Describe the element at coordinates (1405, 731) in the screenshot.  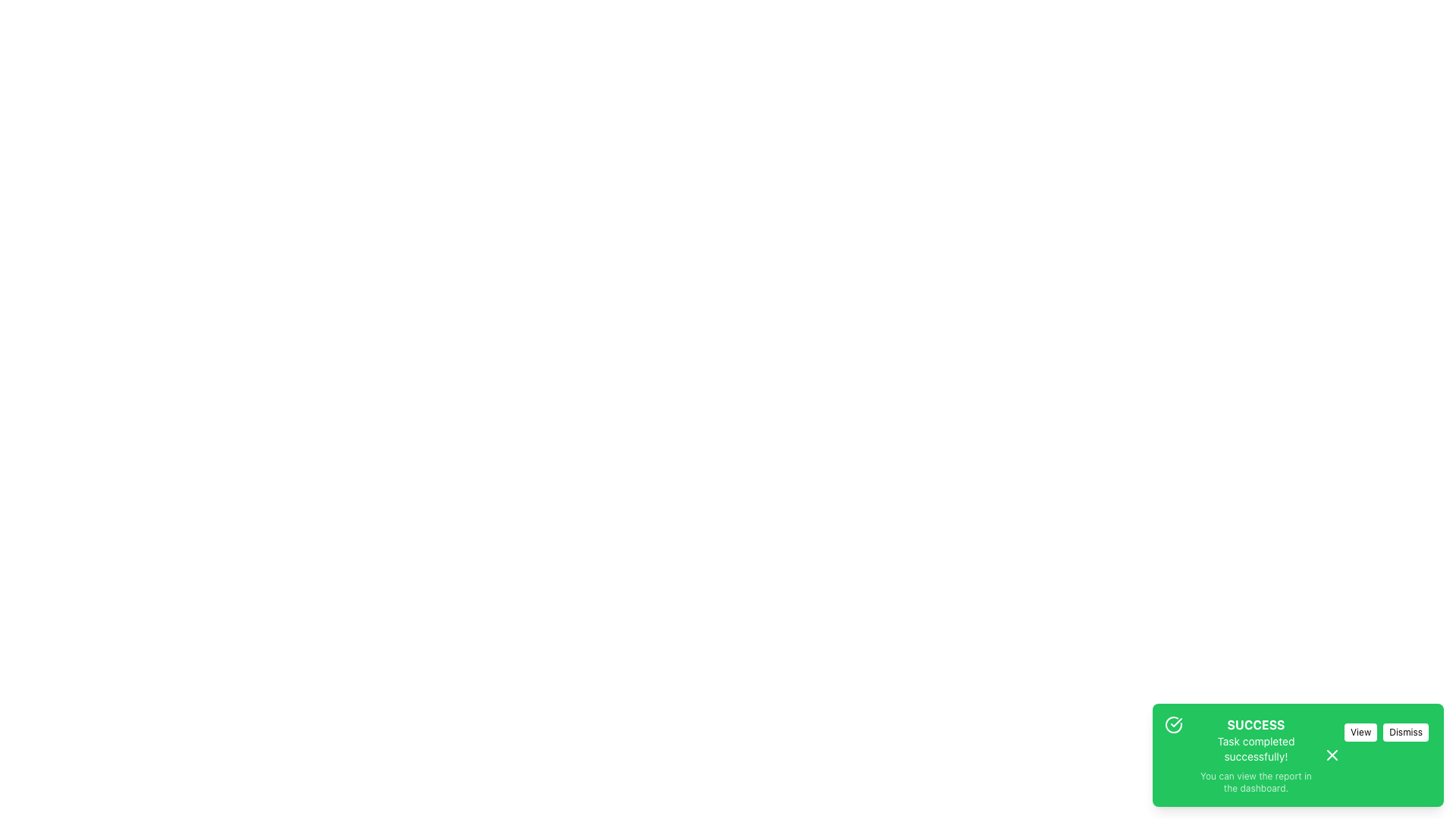
I see `the dismiss button located in the lower-right area of the green notification card` at that location.